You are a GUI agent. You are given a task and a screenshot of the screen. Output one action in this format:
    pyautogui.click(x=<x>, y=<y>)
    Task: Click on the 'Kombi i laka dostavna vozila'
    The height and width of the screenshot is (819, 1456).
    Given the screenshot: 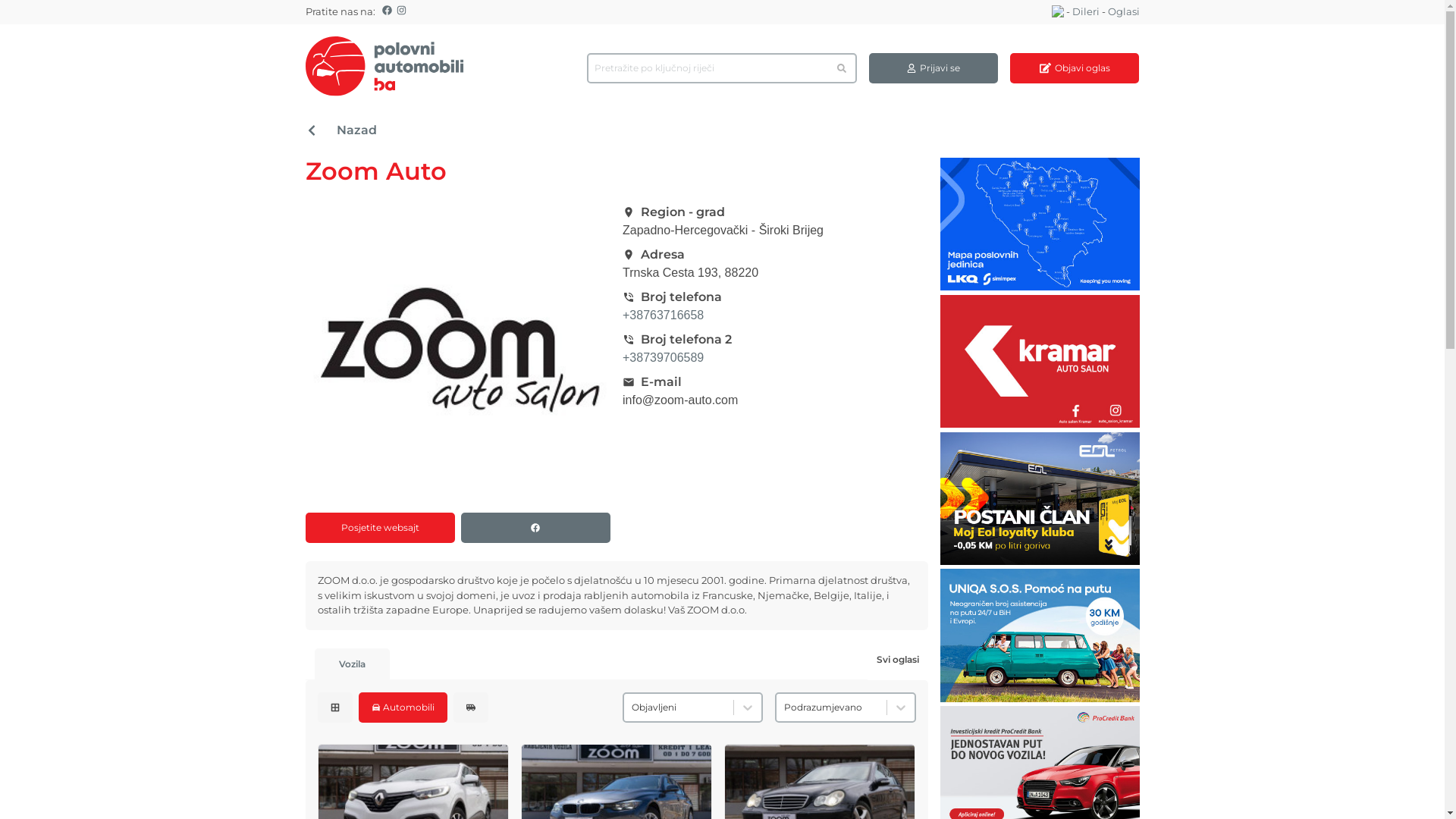 What is the action you would take?
    pyautogui.click(x=469, y=707)
    